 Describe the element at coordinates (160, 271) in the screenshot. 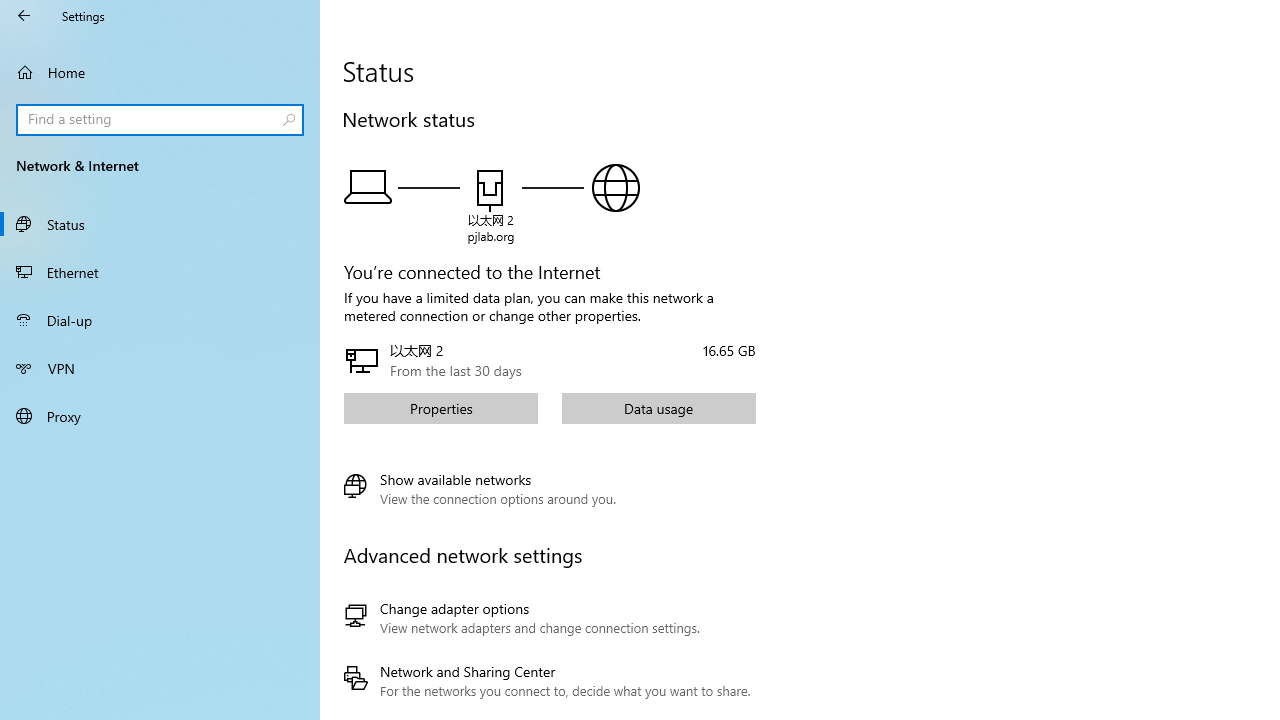

I see `'Ethernet'` at that location.